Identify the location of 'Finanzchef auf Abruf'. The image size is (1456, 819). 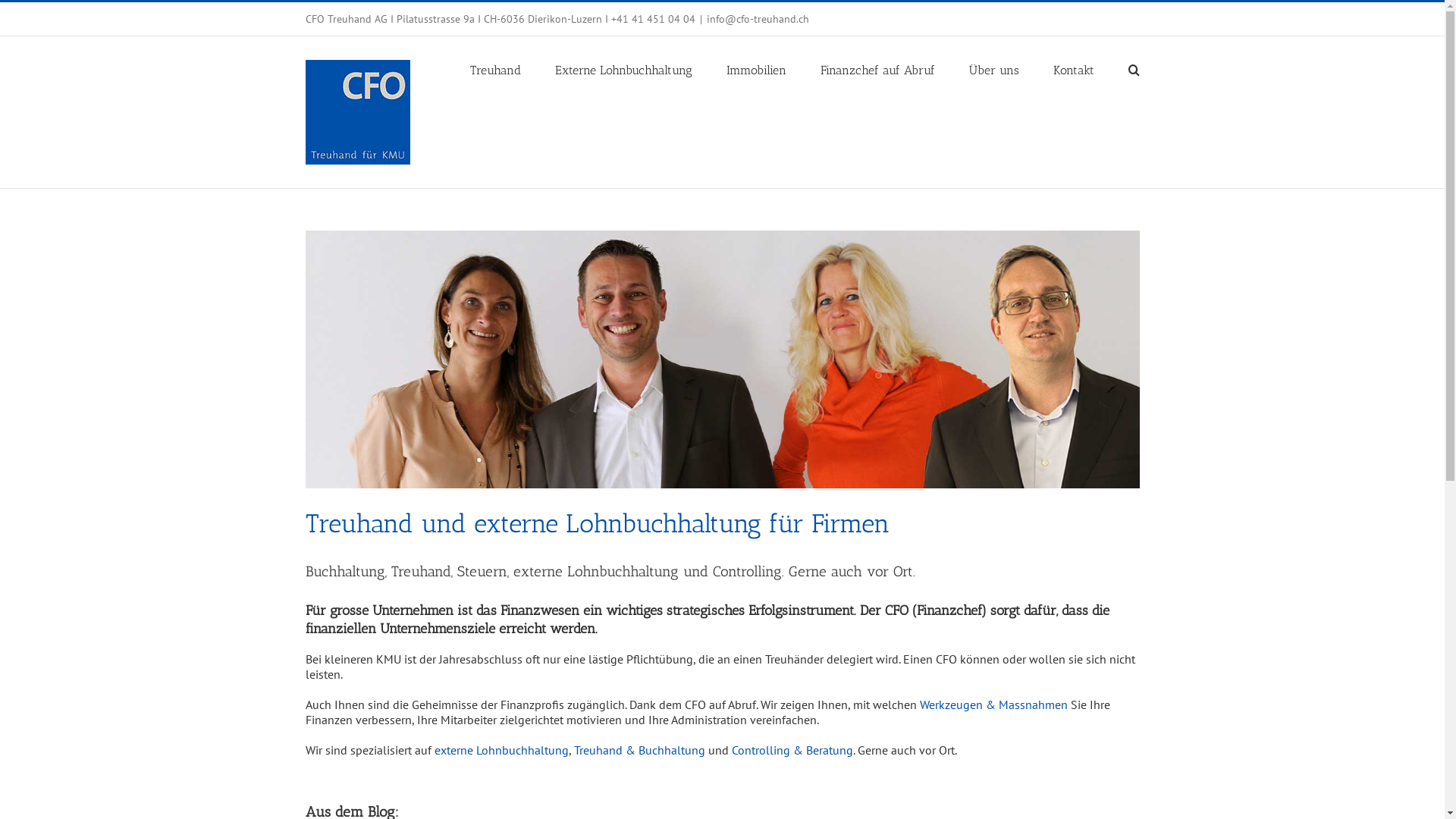
(877, 69).